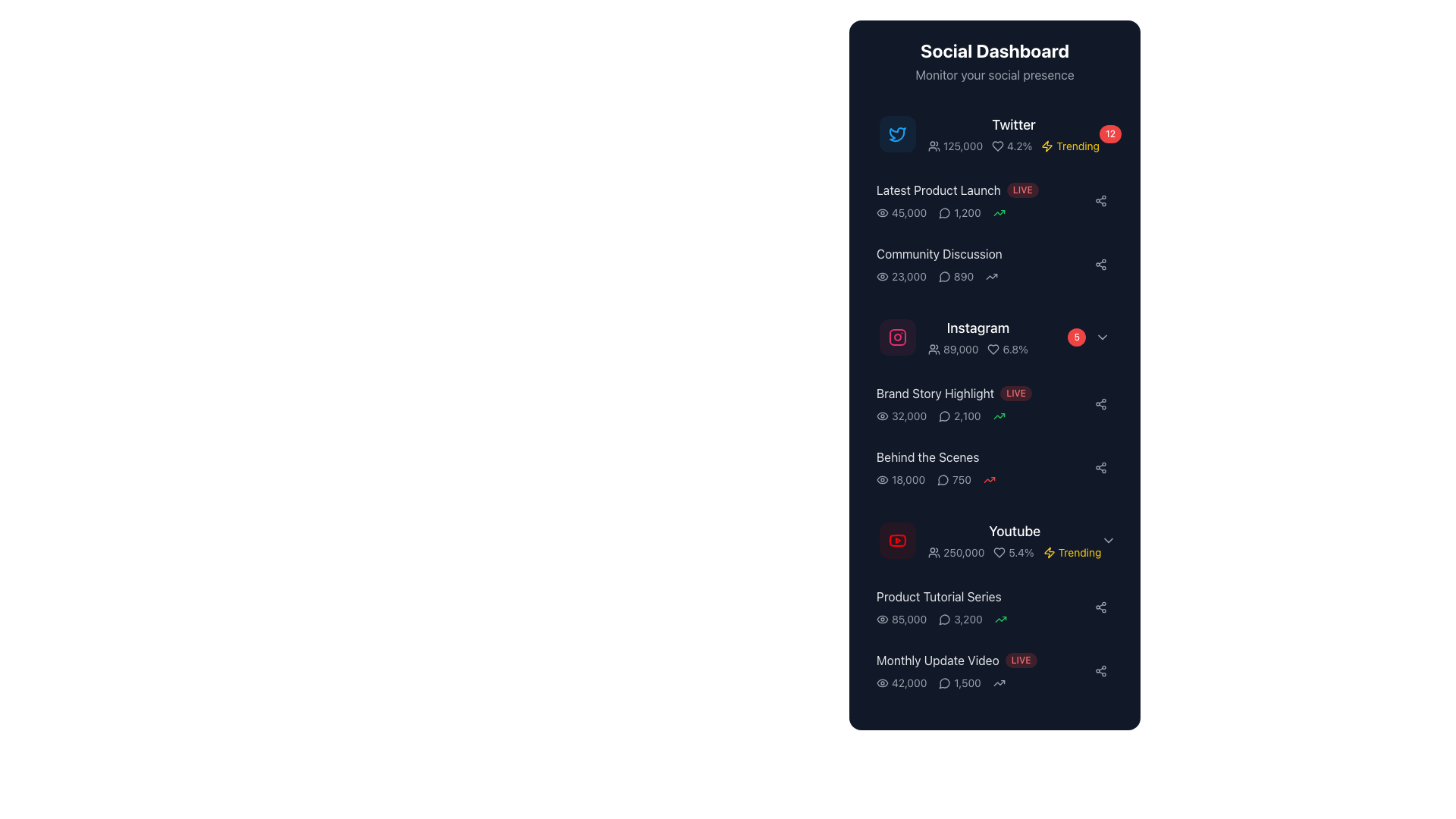 This screenshot has width=1456, height=819. What do you see at coordinates (952, 350) in the screenshot?
I see `the text label displaying the number of followers located to the right of the group icon and before the percentage statistic ('6.8%') in the Social Dashboard interface` at bounding box center [952, 350].